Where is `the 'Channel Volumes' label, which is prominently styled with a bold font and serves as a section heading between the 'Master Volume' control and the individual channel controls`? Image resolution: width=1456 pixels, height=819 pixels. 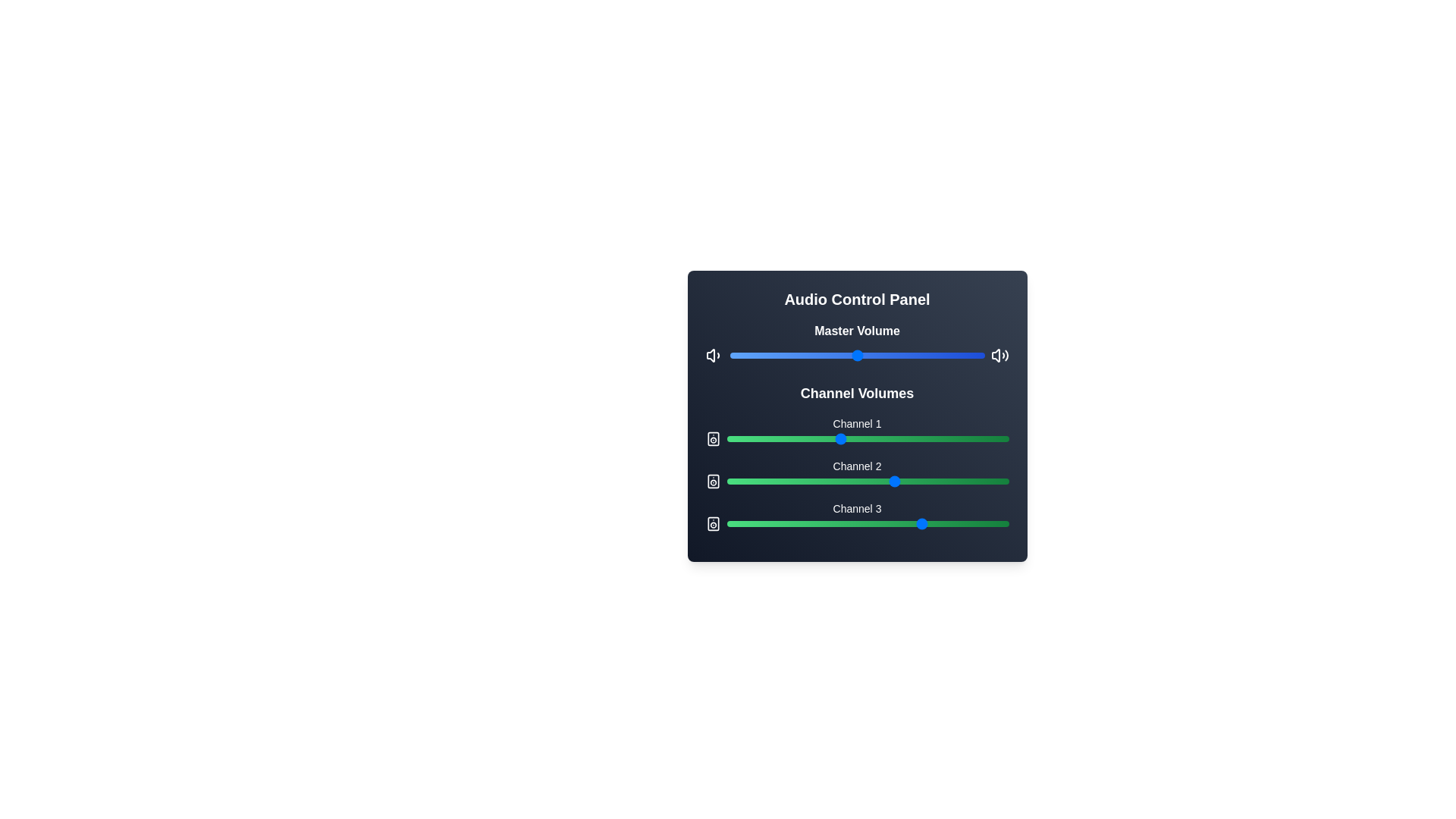
the 'Channel Volumes' label, which is prominently styled with a bold font and serves as a section heading between the 'Master Volume' control and the individual channel controls is located at coordinates (857, 393).